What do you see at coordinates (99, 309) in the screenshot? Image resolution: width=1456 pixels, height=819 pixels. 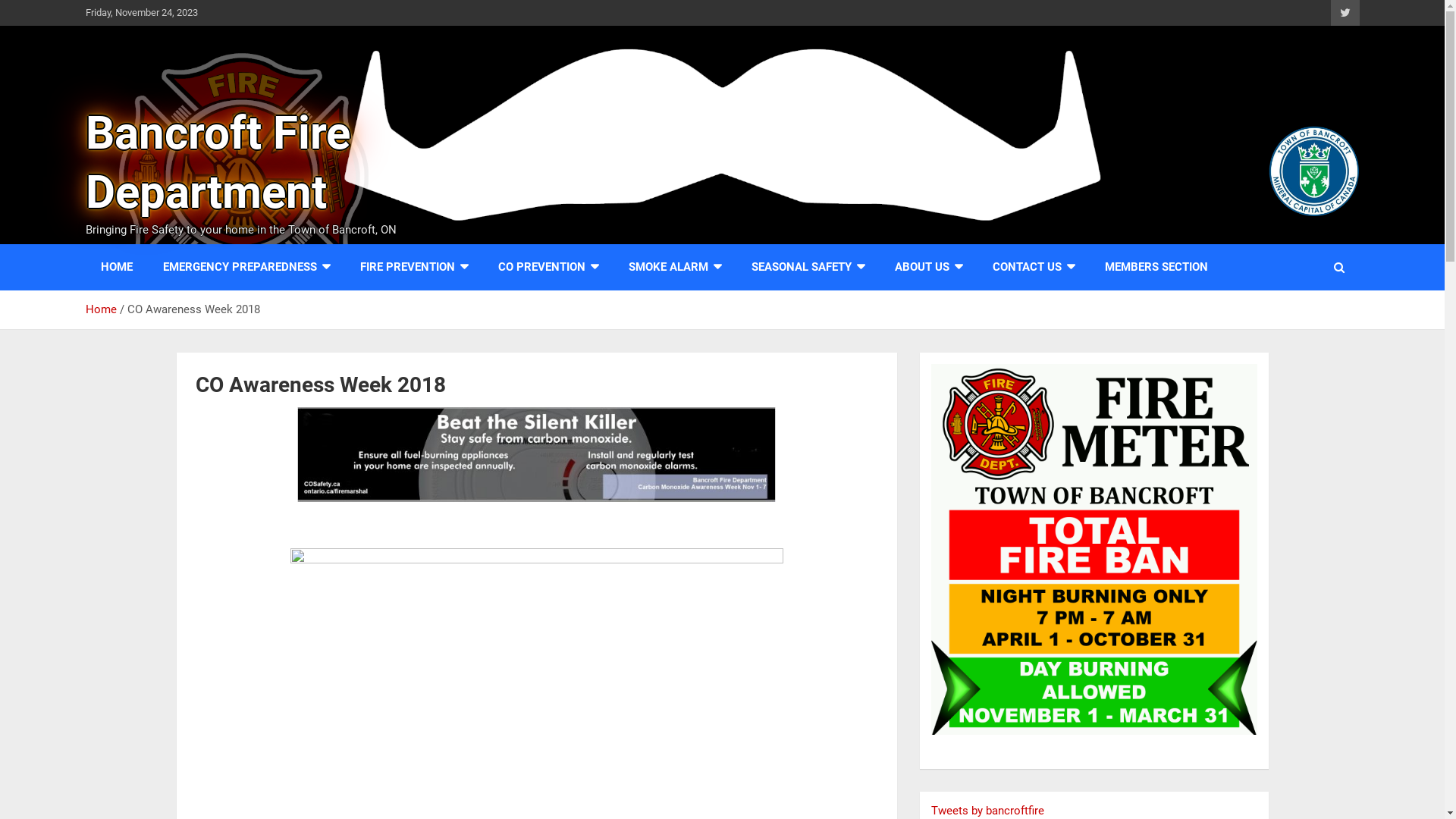 I see `'Home'` at bounding box center [99, 309].